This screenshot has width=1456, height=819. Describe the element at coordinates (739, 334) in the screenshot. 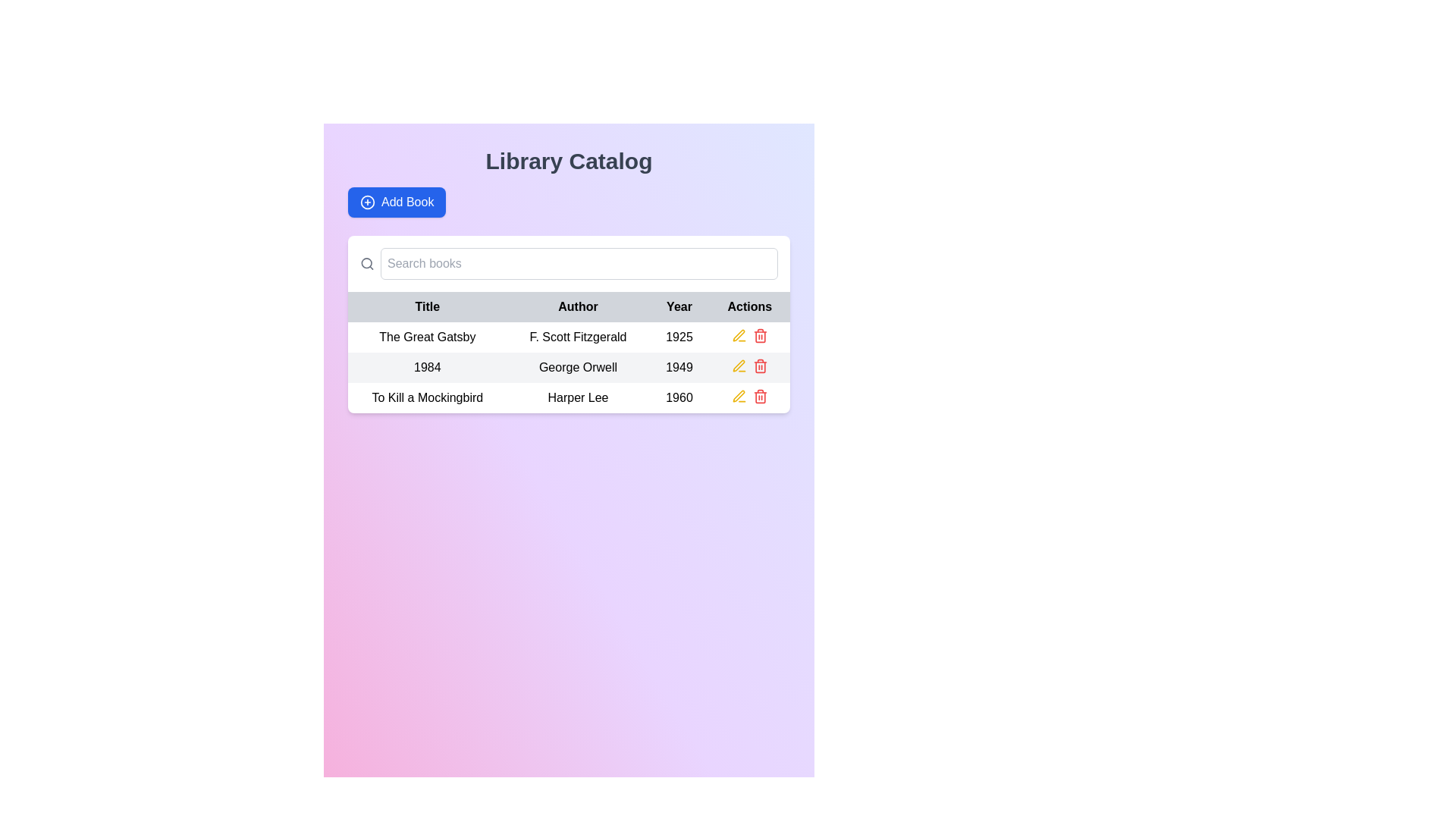

I see `the second pen icon in the 'Actions' column of the table` at that location.